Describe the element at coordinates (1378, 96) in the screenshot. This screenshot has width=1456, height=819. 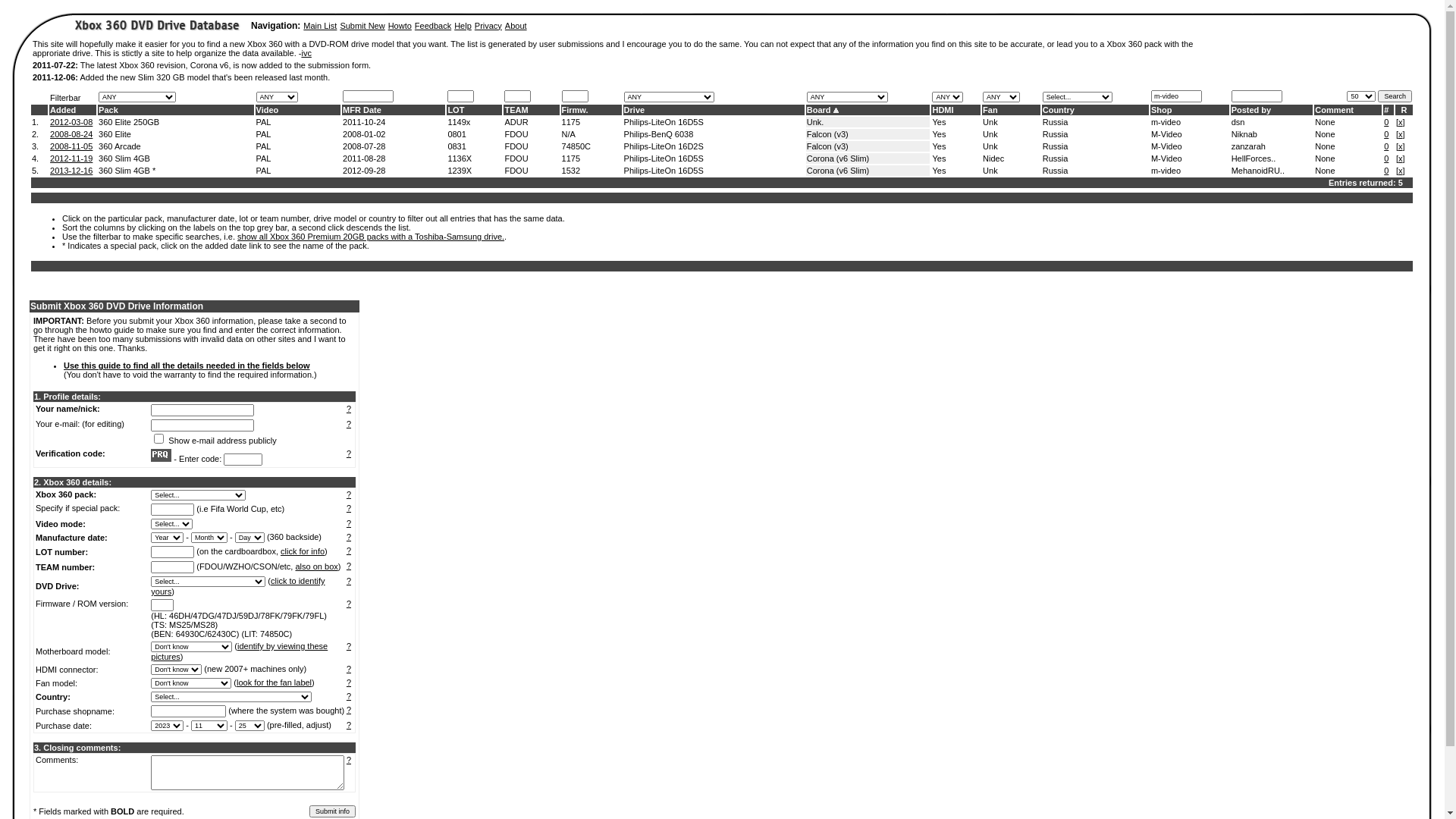
I see `'Search'` at that location.